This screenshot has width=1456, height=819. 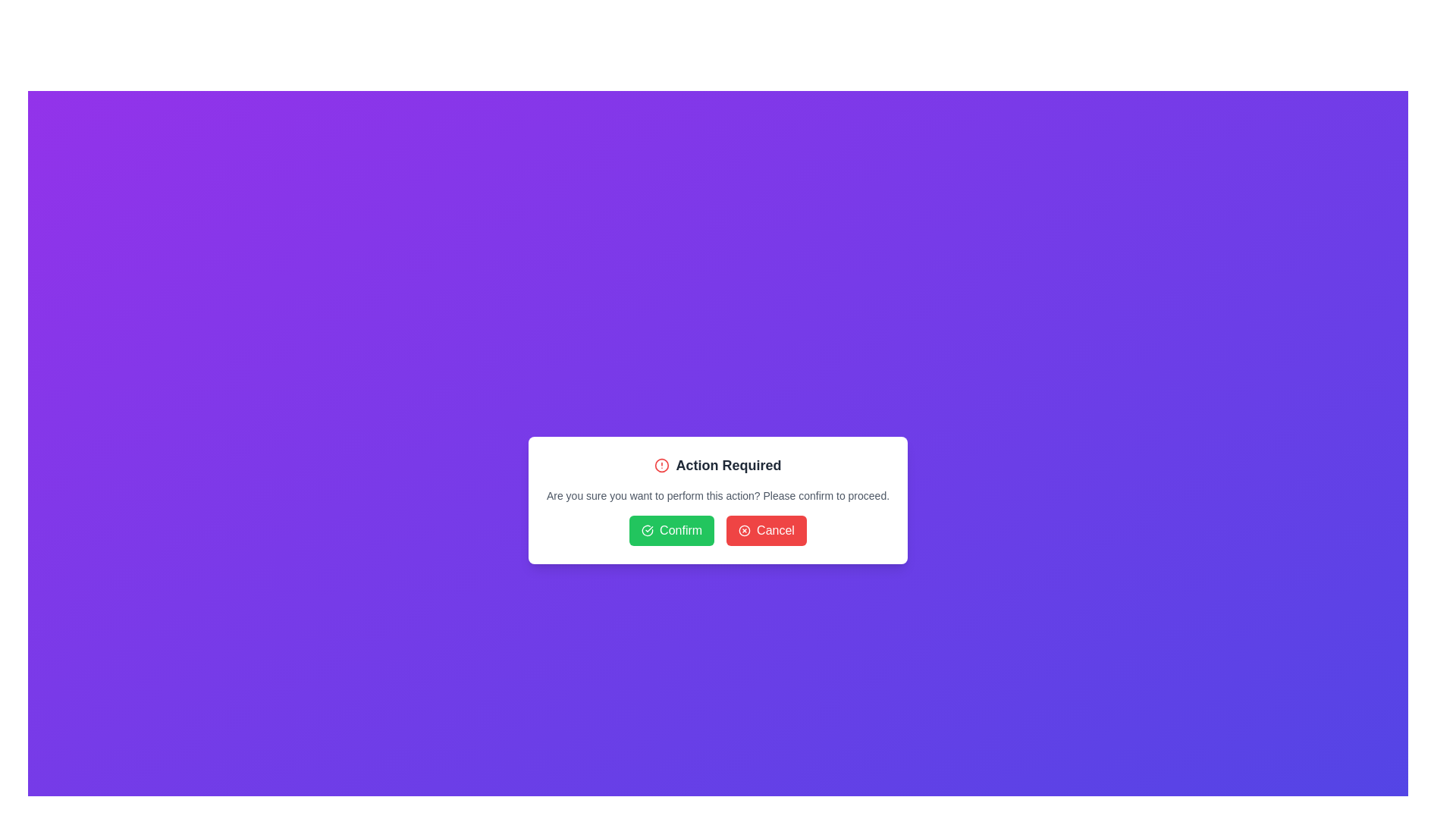 I want to click on the Circle SVG element that serves as the background of the alert icon for 'Action Required' in the modal dialog, so click(x=662, y=464).